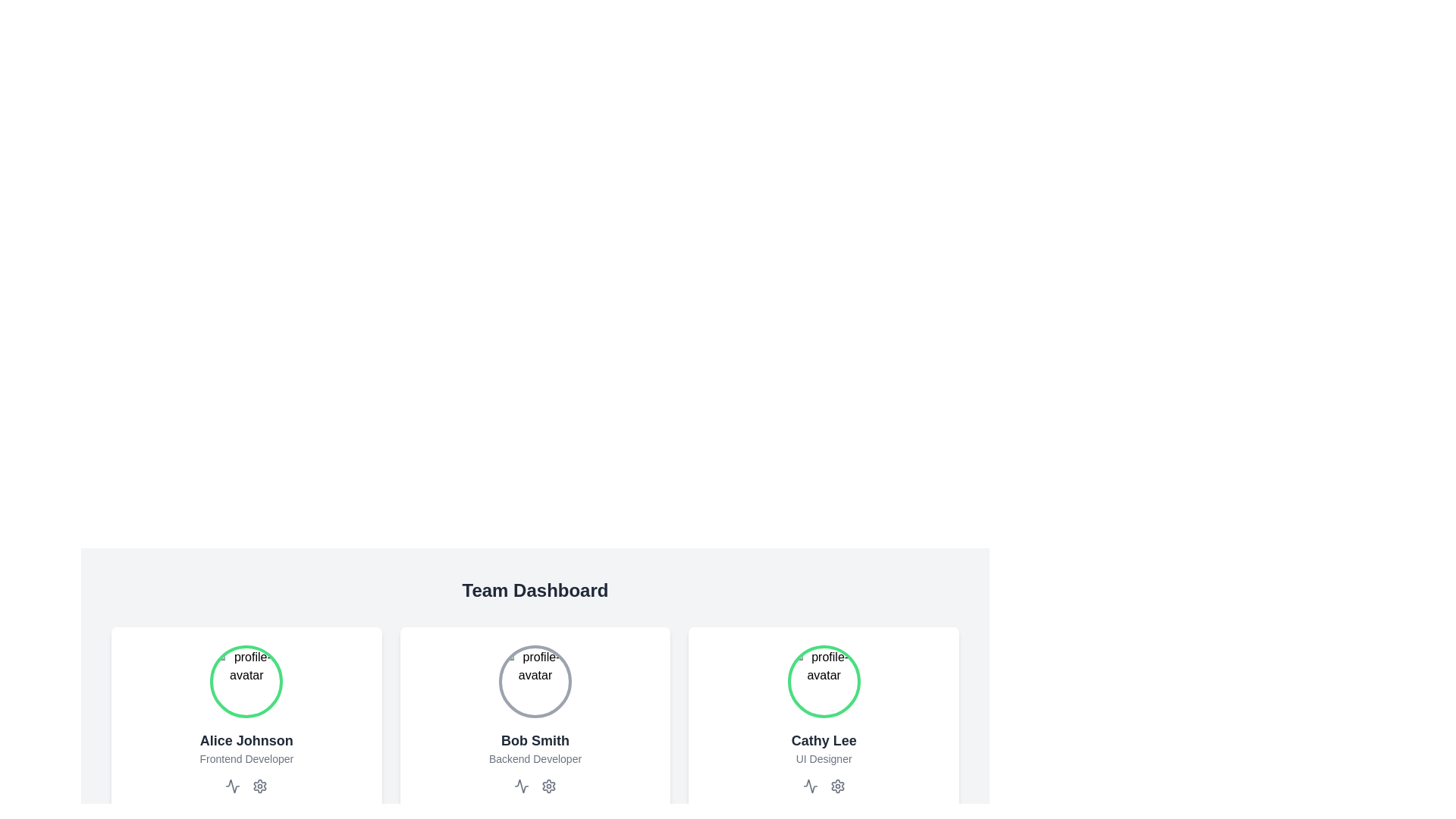  I want to click on the displayed profile on the team member's profile card located in the Team Dashboard interface, which shows their name, role, and avatar, so click(535, 718).